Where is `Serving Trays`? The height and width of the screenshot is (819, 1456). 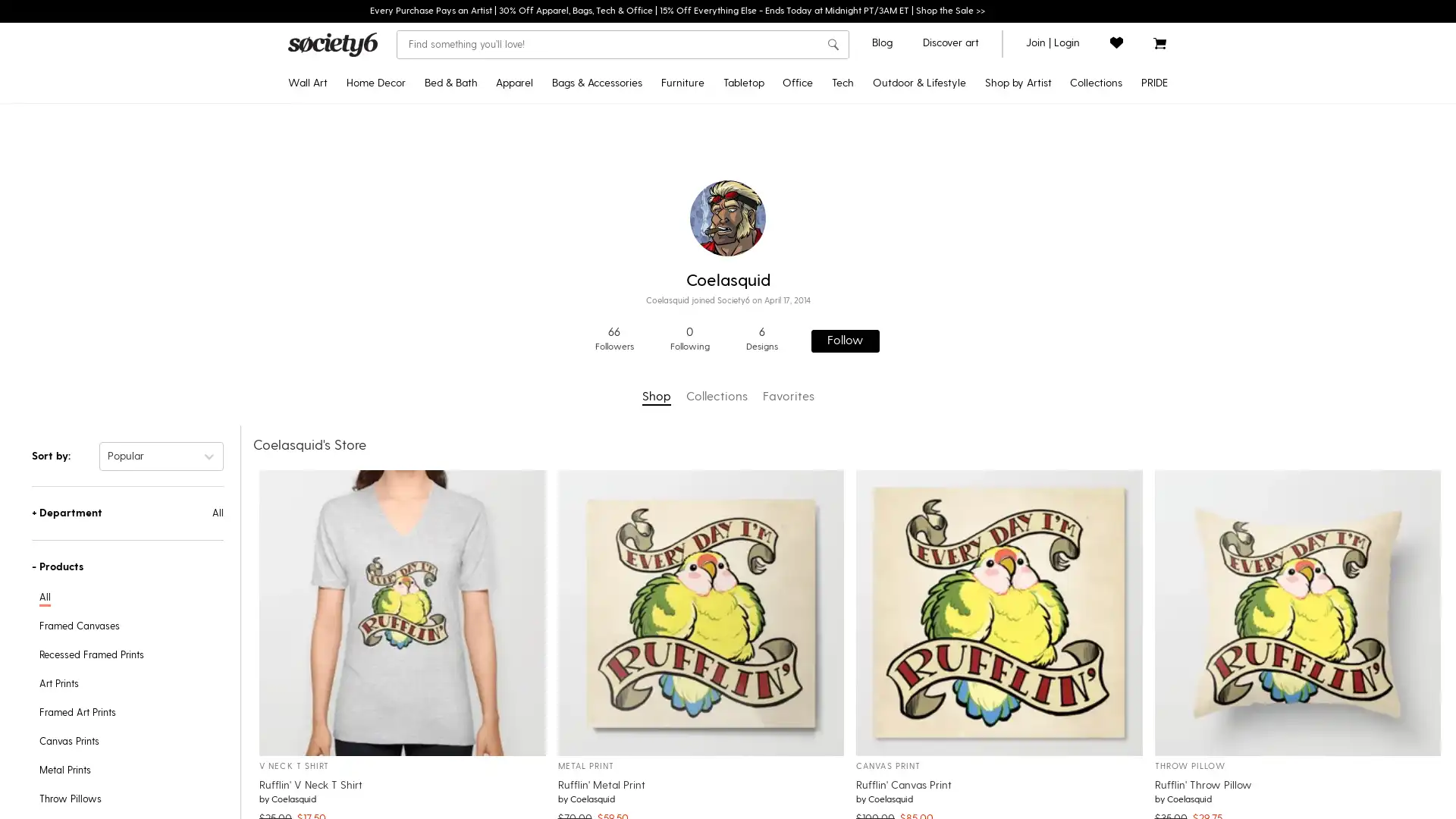 Serving Trays is located at coordinates (771, 341).